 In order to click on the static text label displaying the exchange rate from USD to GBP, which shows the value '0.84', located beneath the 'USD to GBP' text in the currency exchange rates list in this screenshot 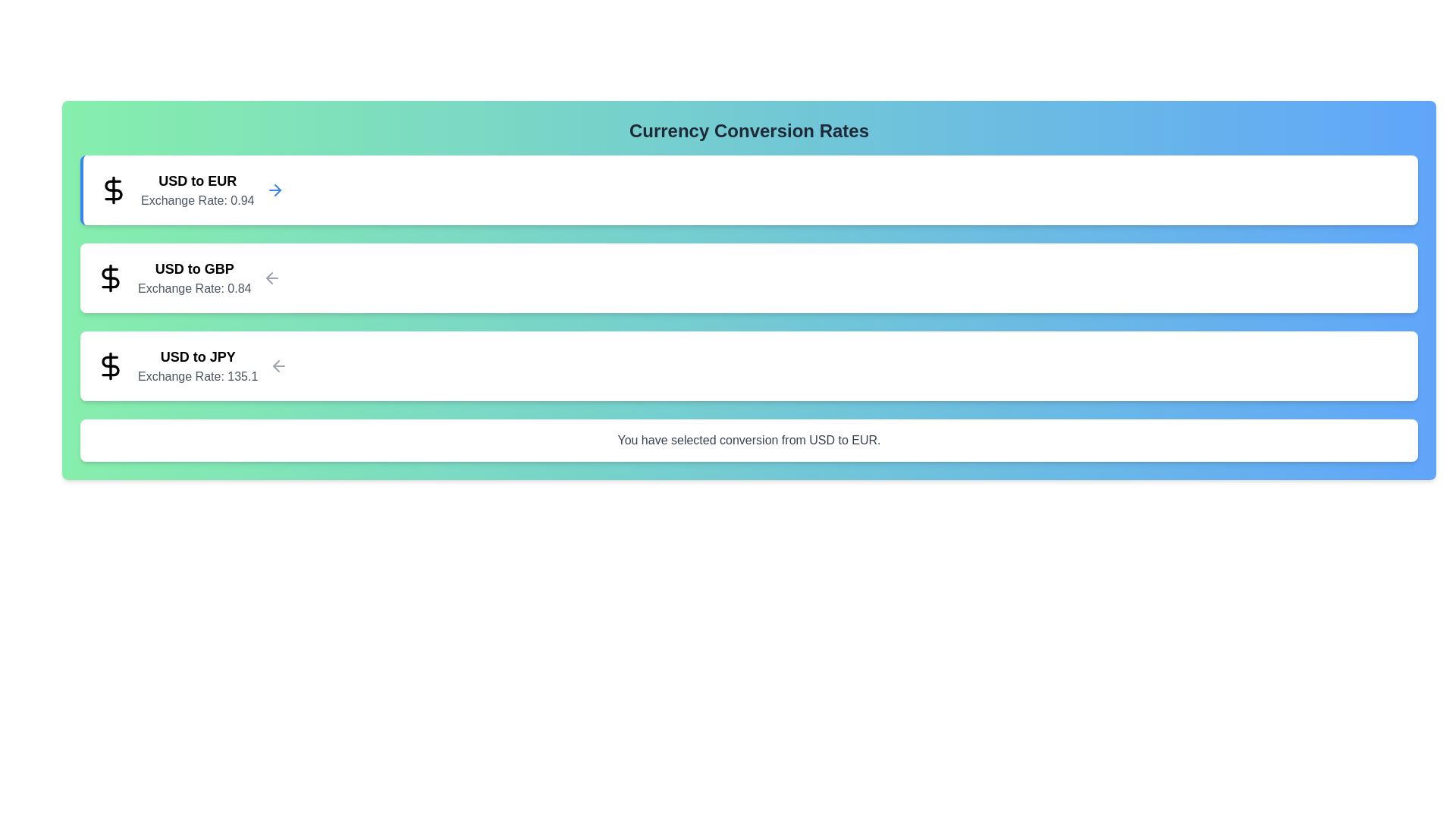, I will do `click(193, 289)`.